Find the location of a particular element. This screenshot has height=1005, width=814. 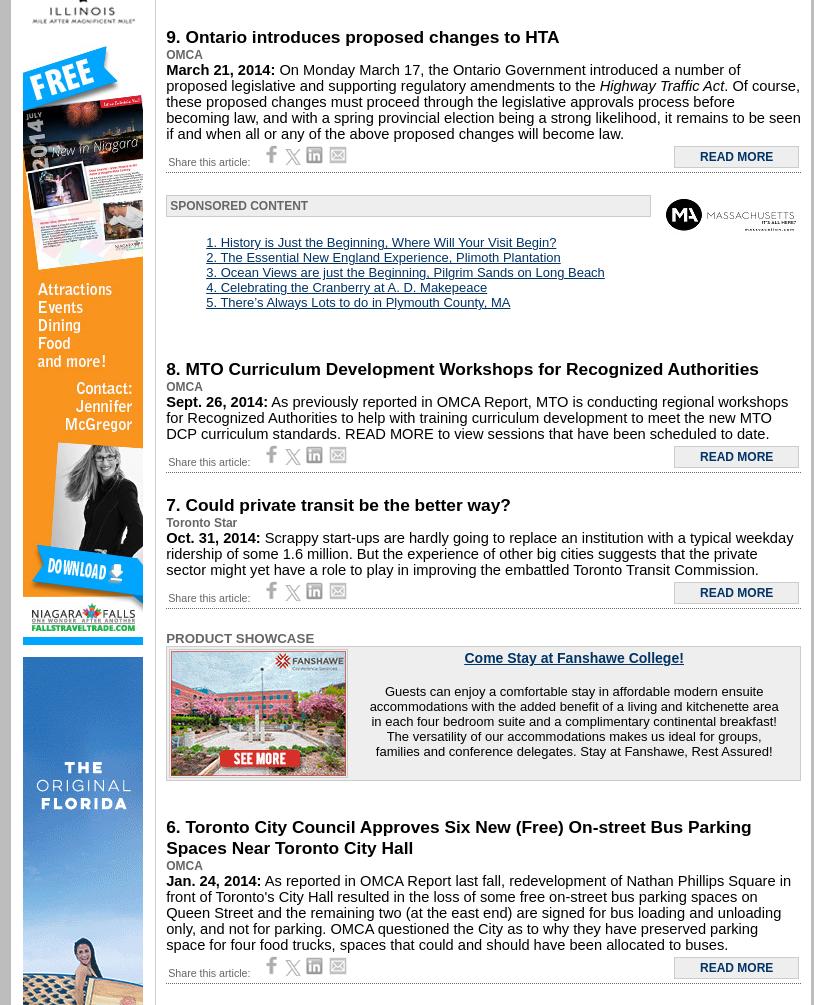

'On Monday March 17, the Ontario Government introduced a number of proposed legislative and supporting regulatory amendments to the' is located at coordinates (451, 77).